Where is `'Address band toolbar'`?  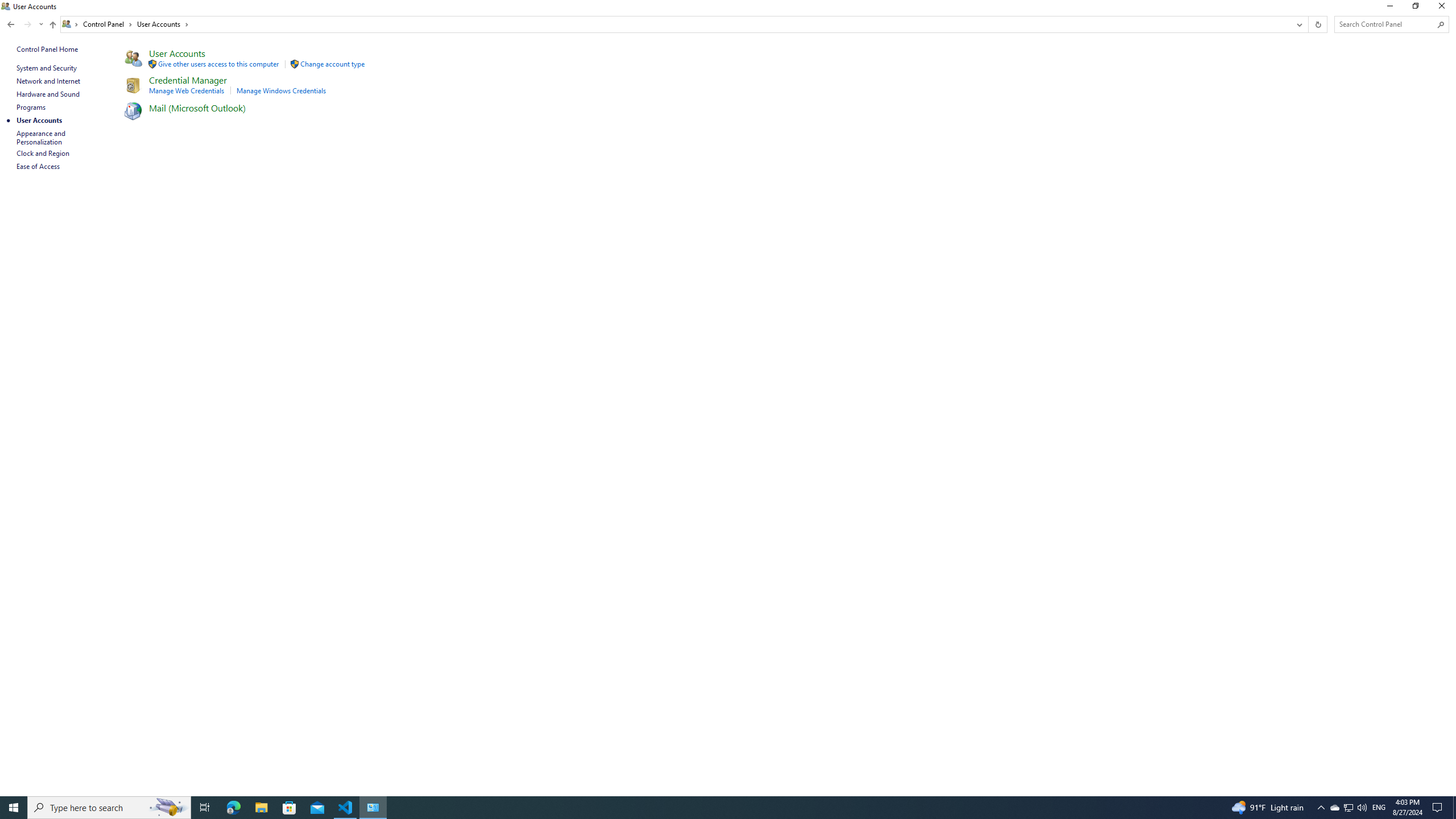 'Address band toolbar' is located at coordinates (1308, 24).